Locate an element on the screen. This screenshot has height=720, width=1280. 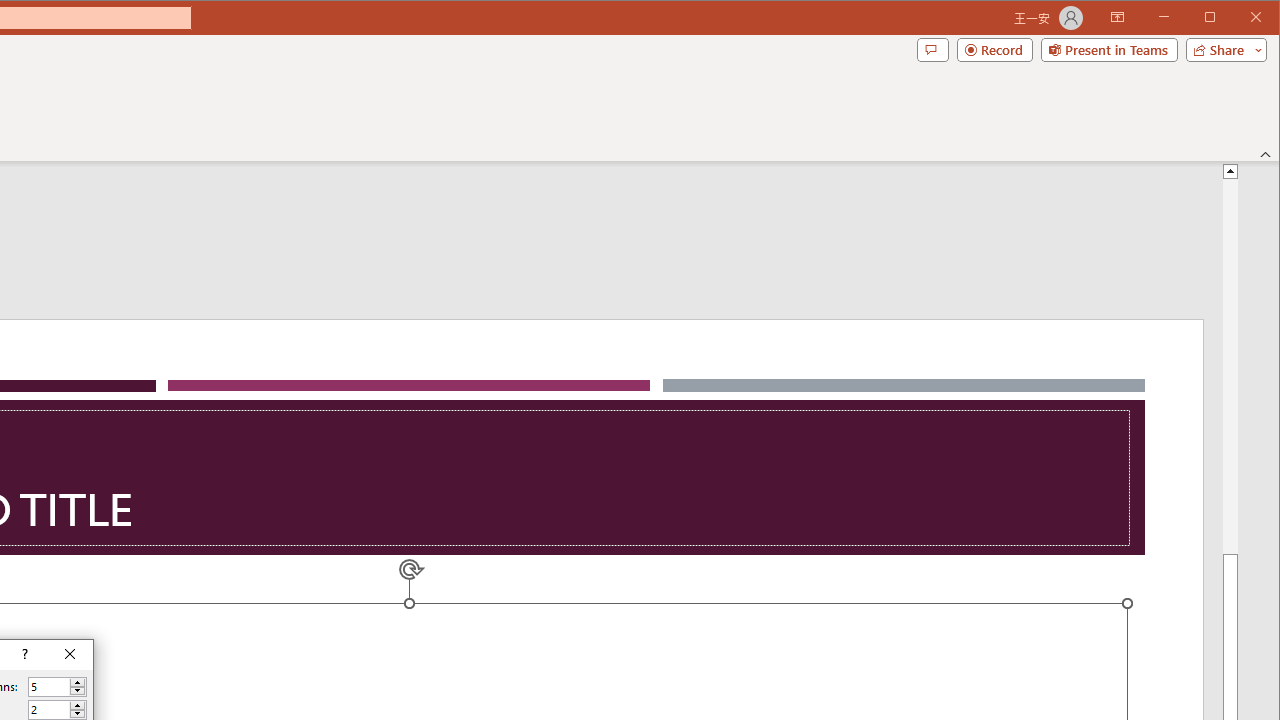
'Maximize' is located at coordinates (1238, 19).